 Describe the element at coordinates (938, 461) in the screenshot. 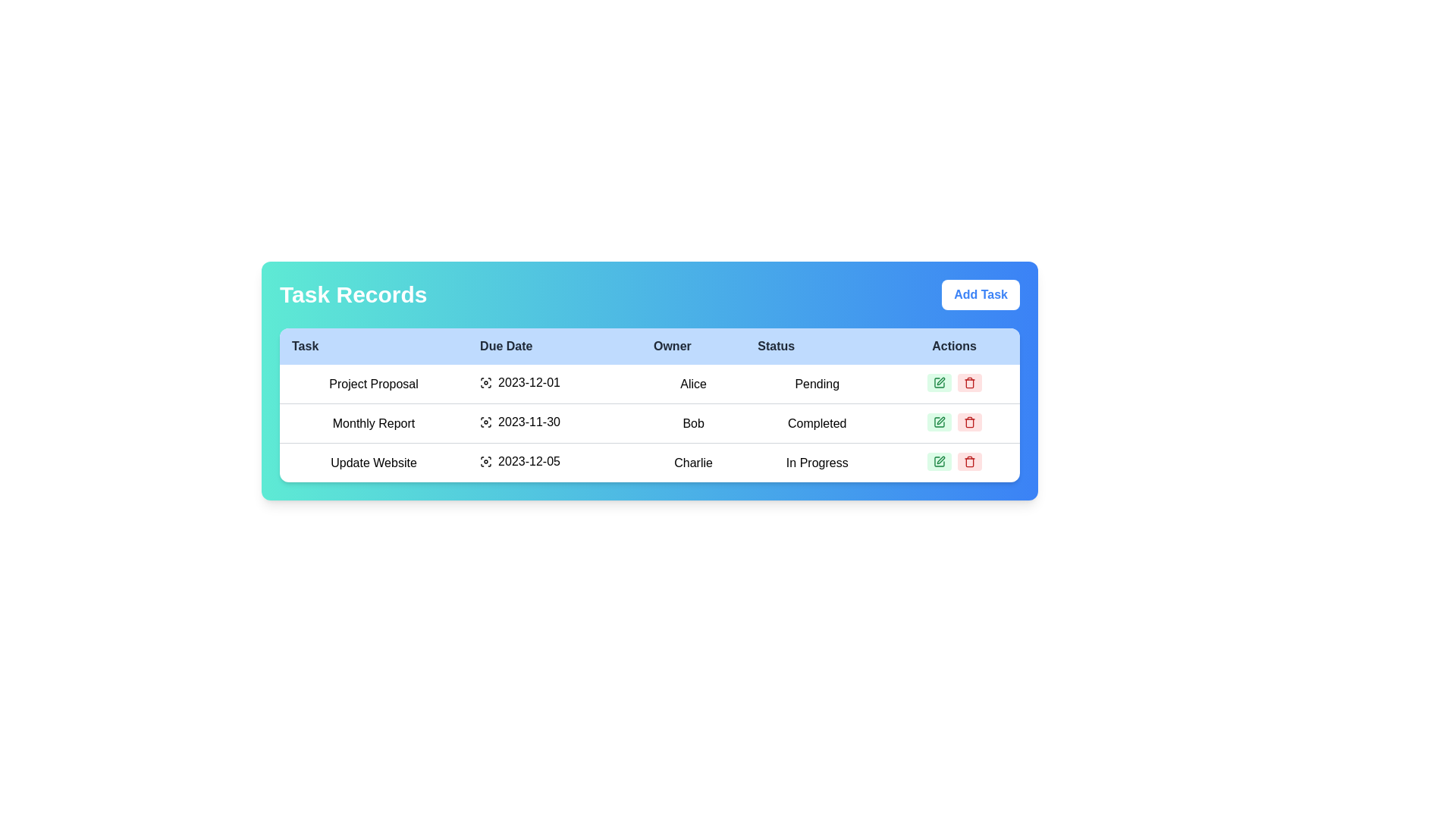

I see `the edit button with a green background and a white pen icon located under the 'Actions' column in the third row of the table` at that location.